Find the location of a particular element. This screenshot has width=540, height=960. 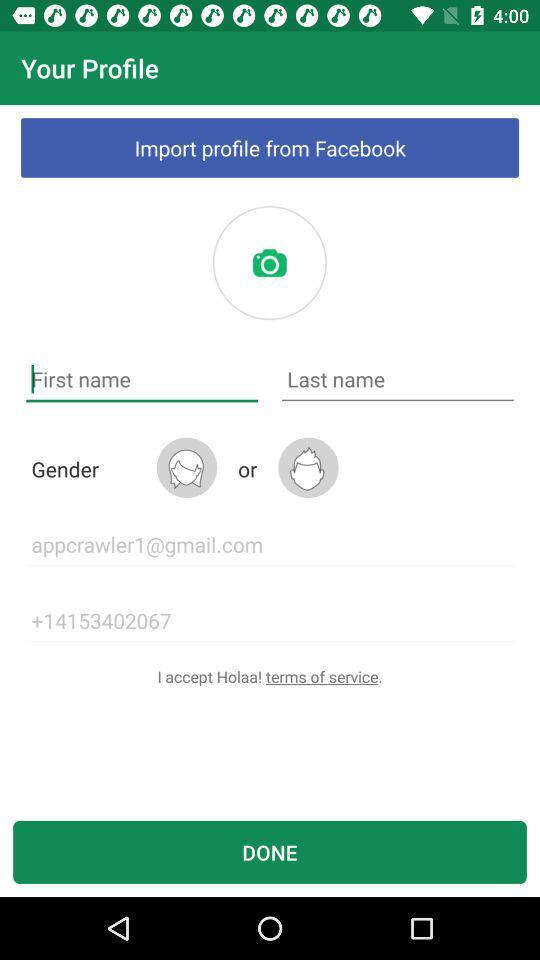

the item next to the or is located at coordinates (186, 467).